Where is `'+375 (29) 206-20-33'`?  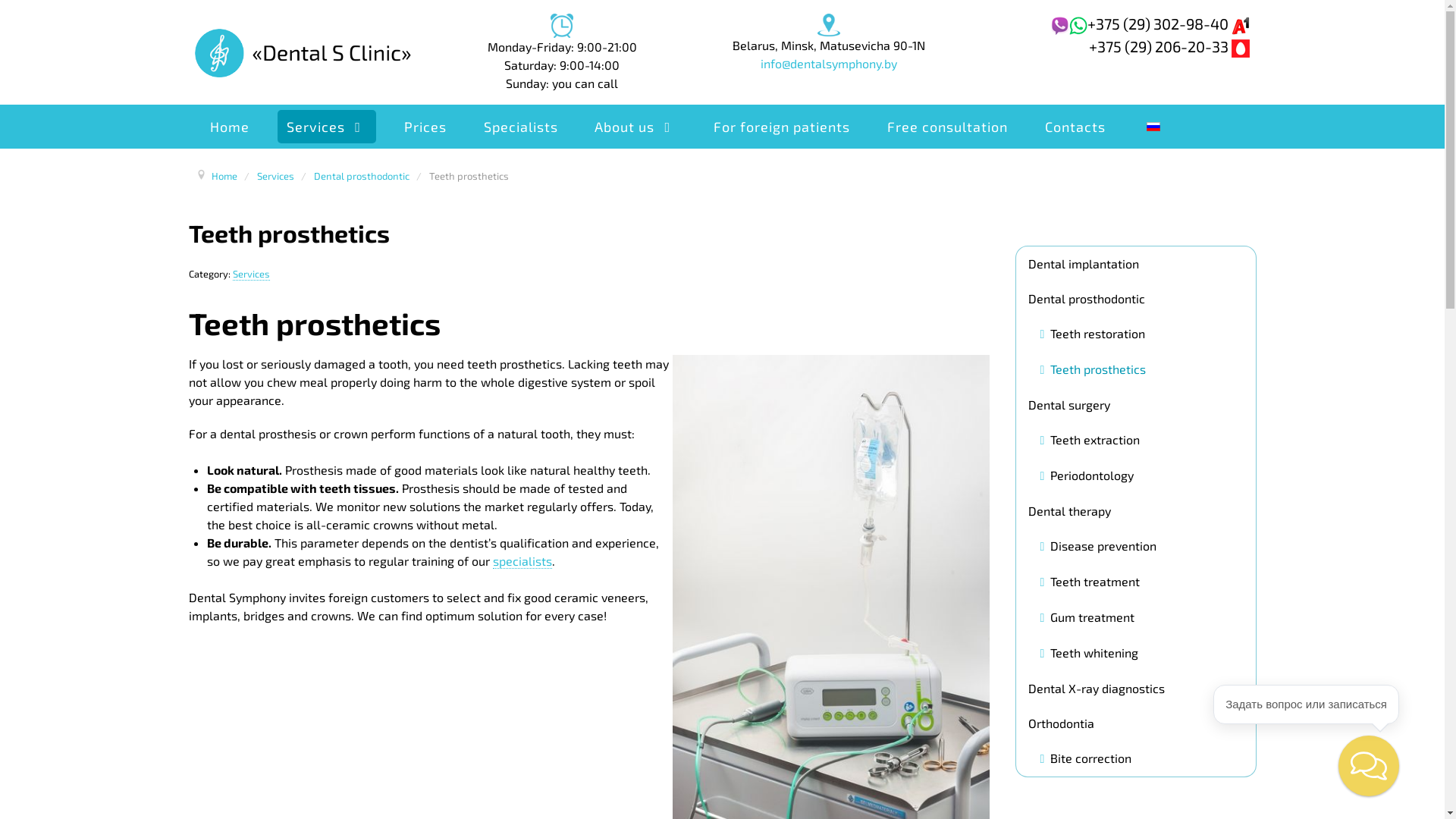
'+375 (29) 206-20-33' is located at coordinates (1087, 45).